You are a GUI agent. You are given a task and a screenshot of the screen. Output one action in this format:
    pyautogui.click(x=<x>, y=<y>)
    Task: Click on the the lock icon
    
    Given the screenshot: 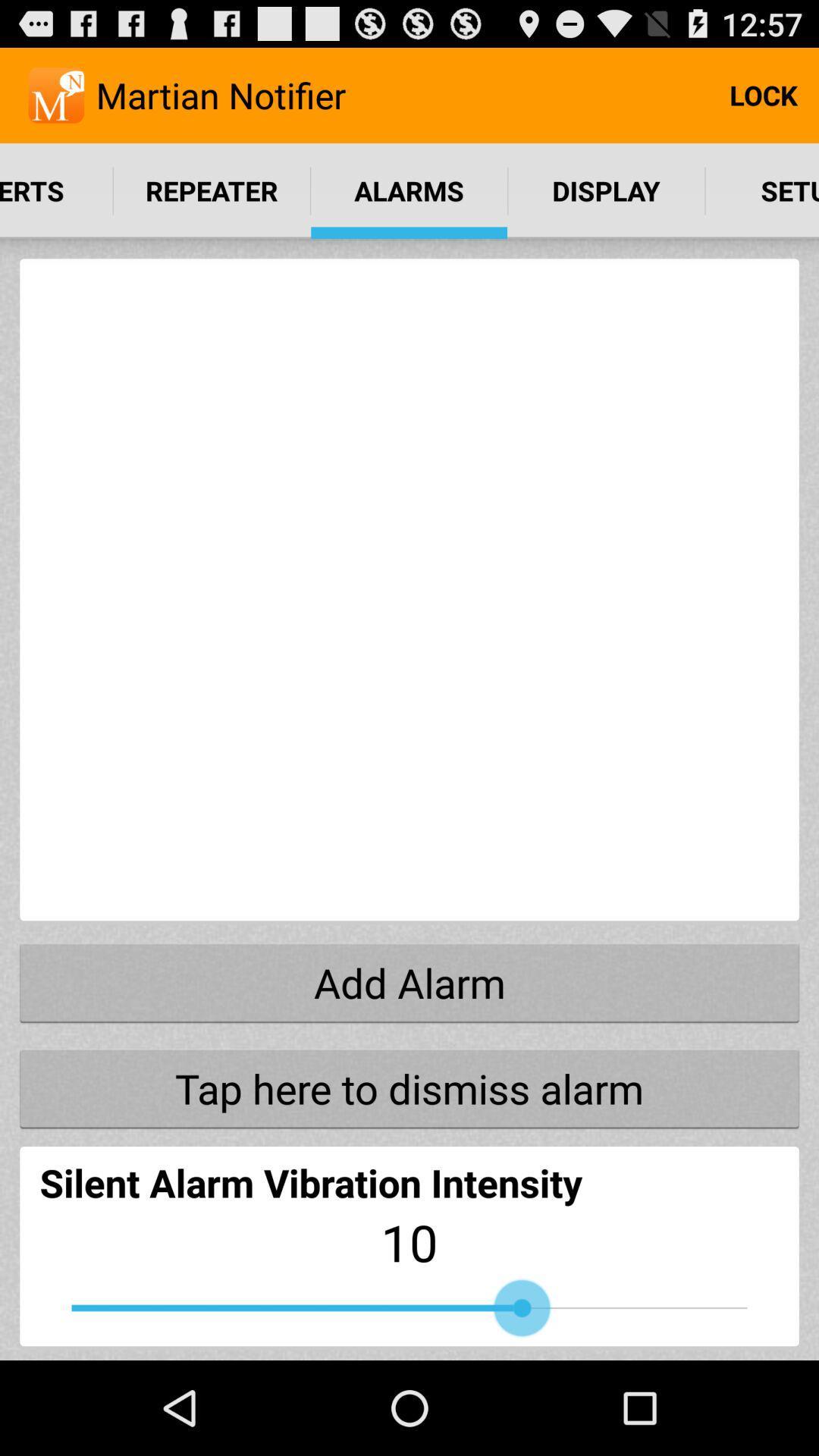 What is the action you would take?
    pyautogui.click(x=763, y=94)
    